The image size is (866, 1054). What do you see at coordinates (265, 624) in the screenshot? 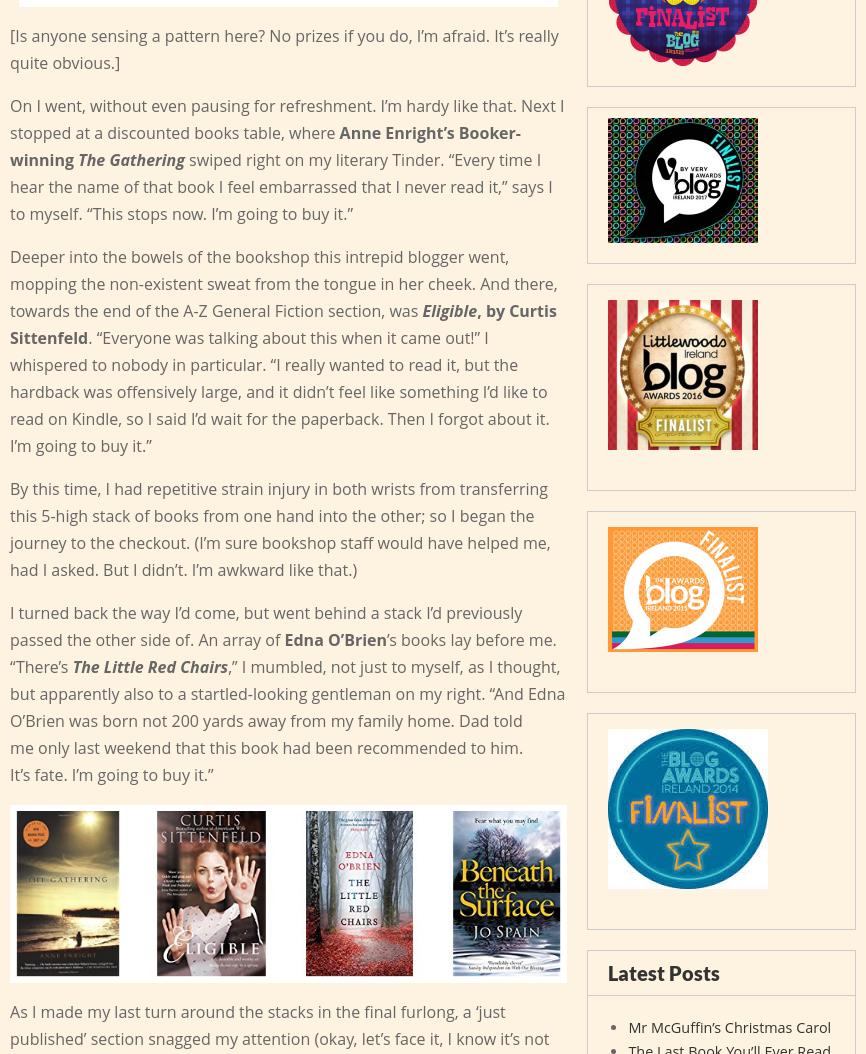
I see `'I turned back the way I’d come, but went behind a stack I’d previously passed the other side of. An array of'` at bounding box center [265, 624].